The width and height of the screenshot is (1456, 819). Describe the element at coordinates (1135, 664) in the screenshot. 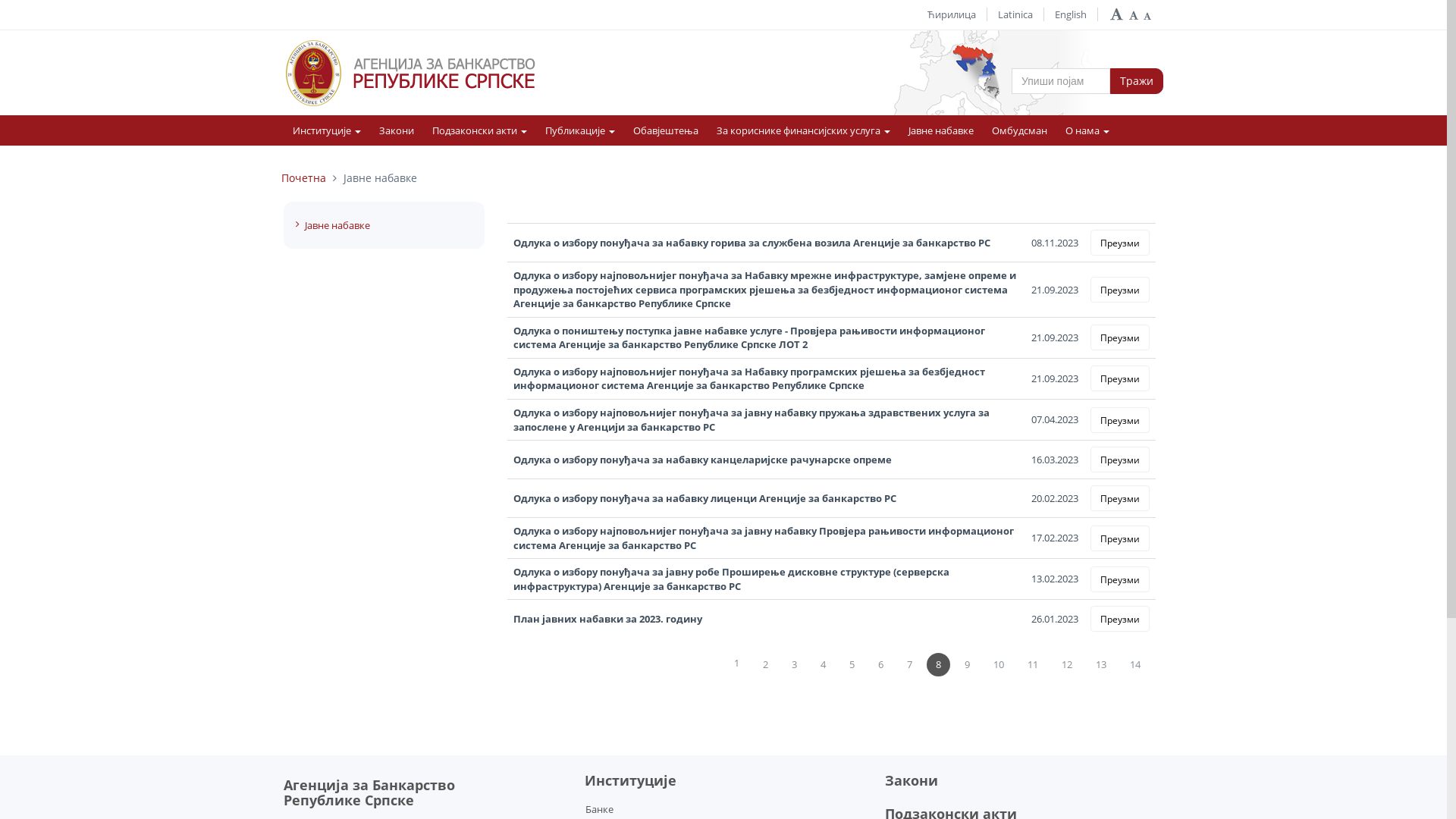

I see `'14'` at that location.